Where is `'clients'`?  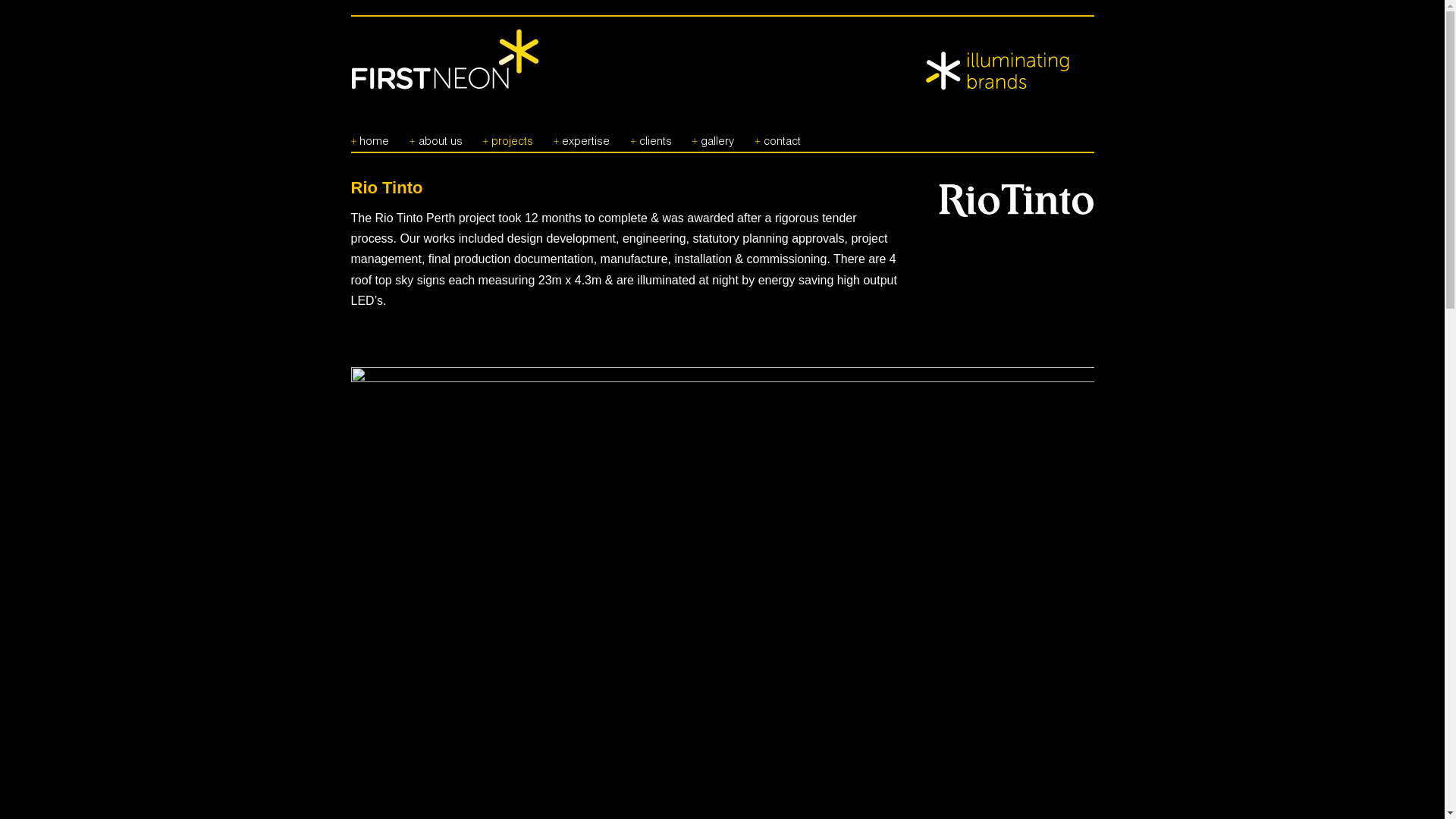
'clients' is located at coordinates (651, 135).